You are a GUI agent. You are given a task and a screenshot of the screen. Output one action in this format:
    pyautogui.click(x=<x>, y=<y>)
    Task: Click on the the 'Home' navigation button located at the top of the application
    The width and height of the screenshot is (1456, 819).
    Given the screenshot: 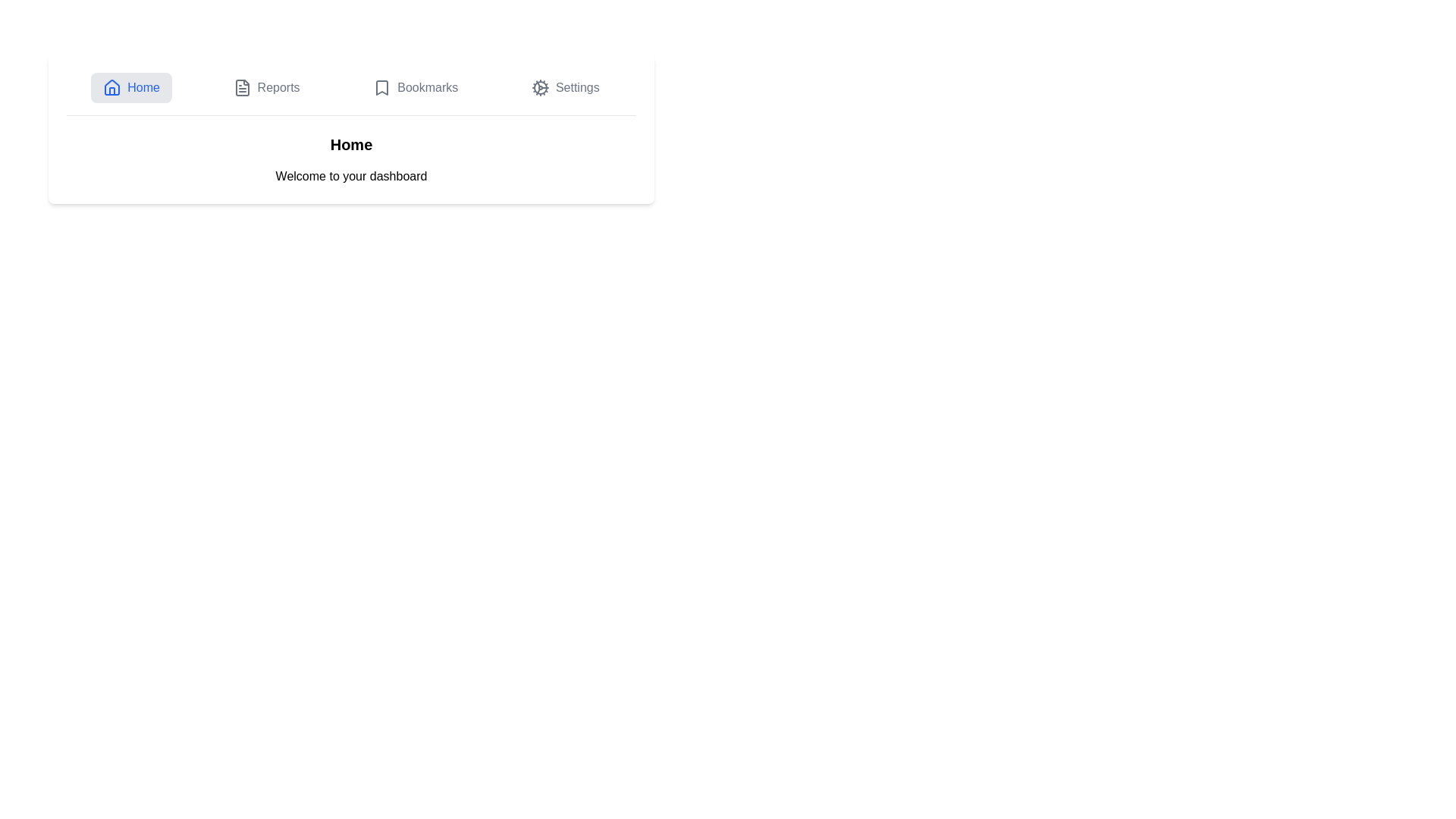 What is the action you would take?
    pyautogui.click(x=131, y=87)
    